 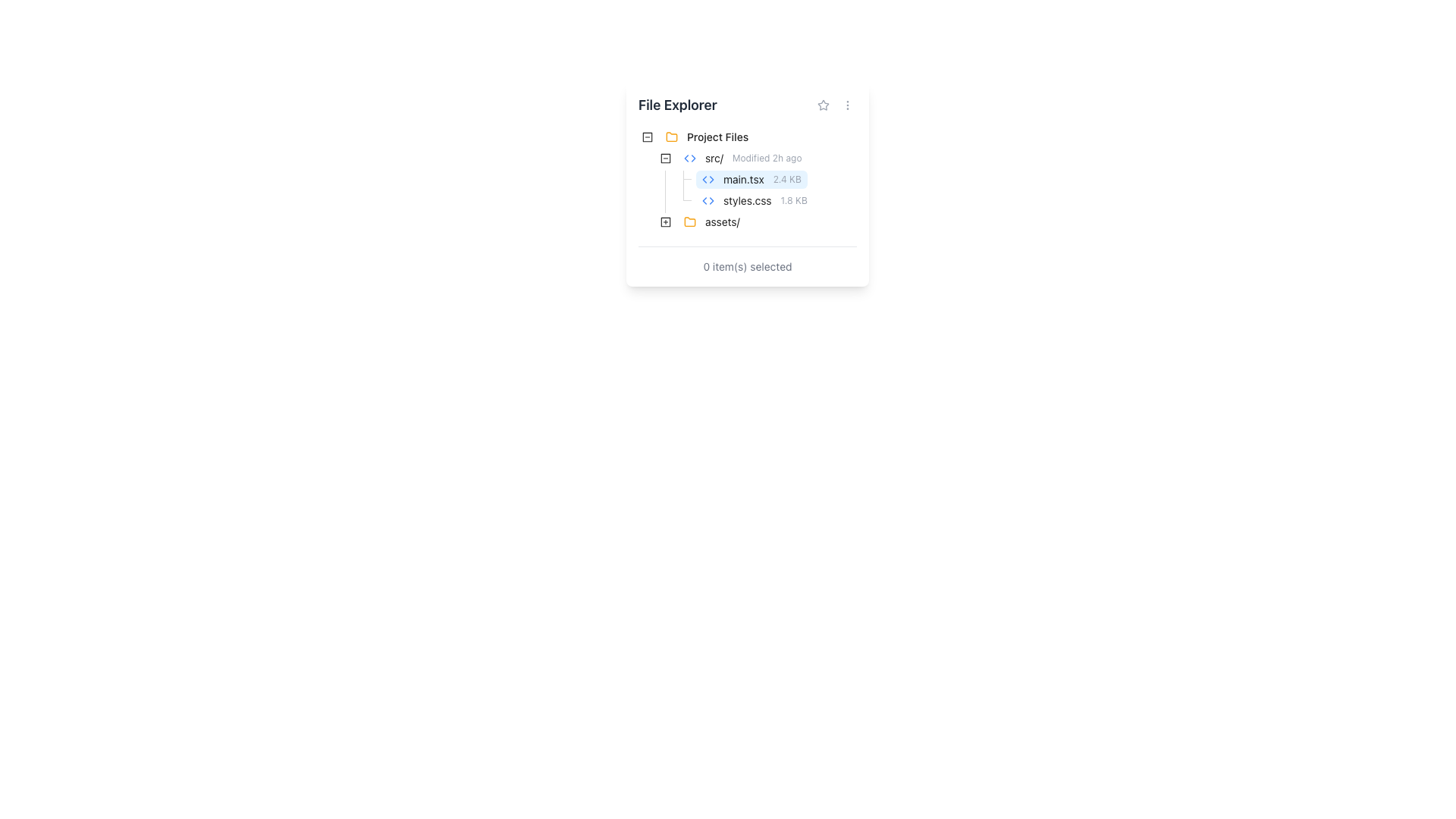 I want to click on the star icon, so click(x=835, y=104).